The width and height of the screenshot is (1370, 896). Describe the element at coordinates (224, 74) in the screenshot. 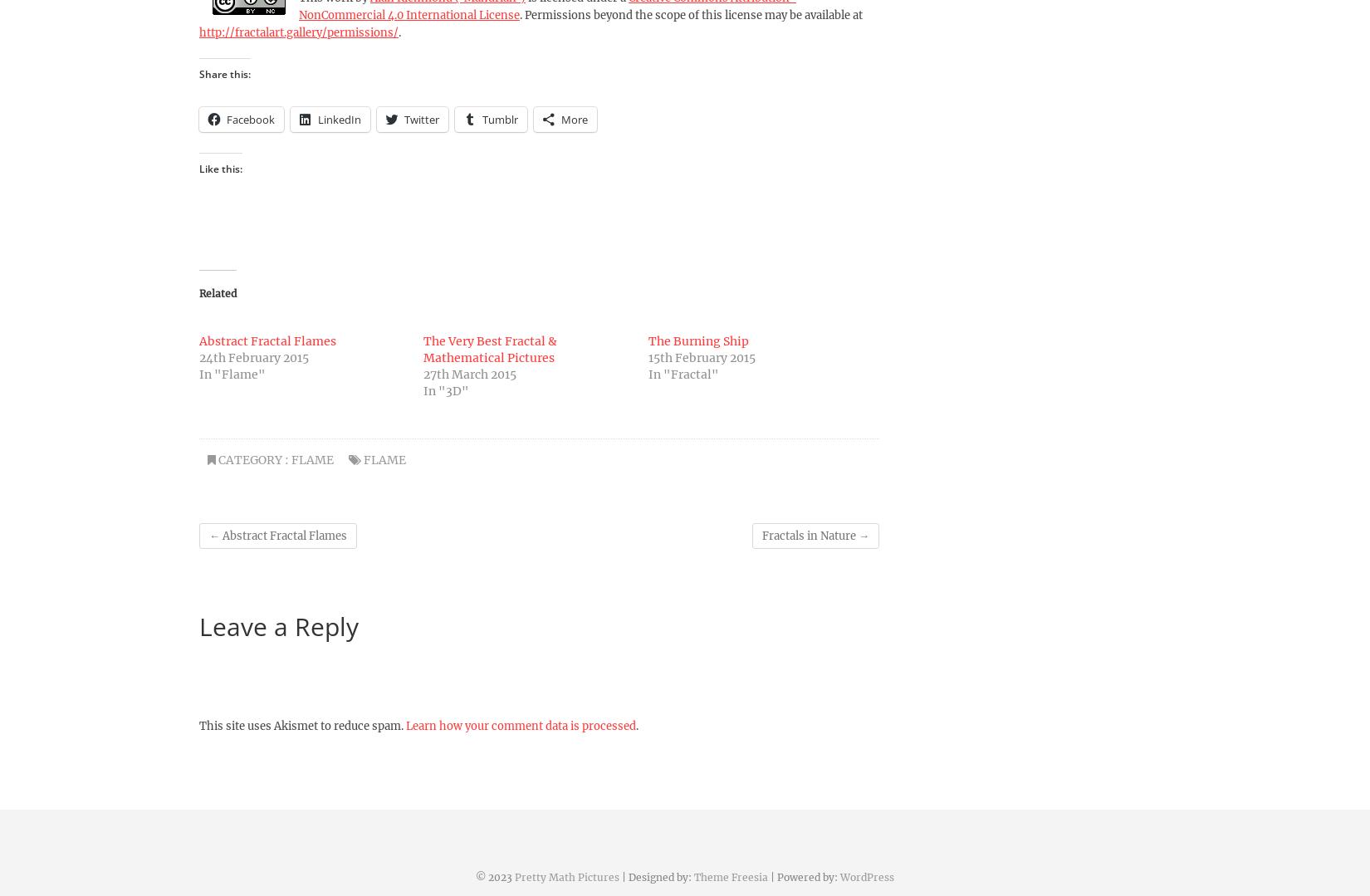

I see `'Share this:'` at that location.